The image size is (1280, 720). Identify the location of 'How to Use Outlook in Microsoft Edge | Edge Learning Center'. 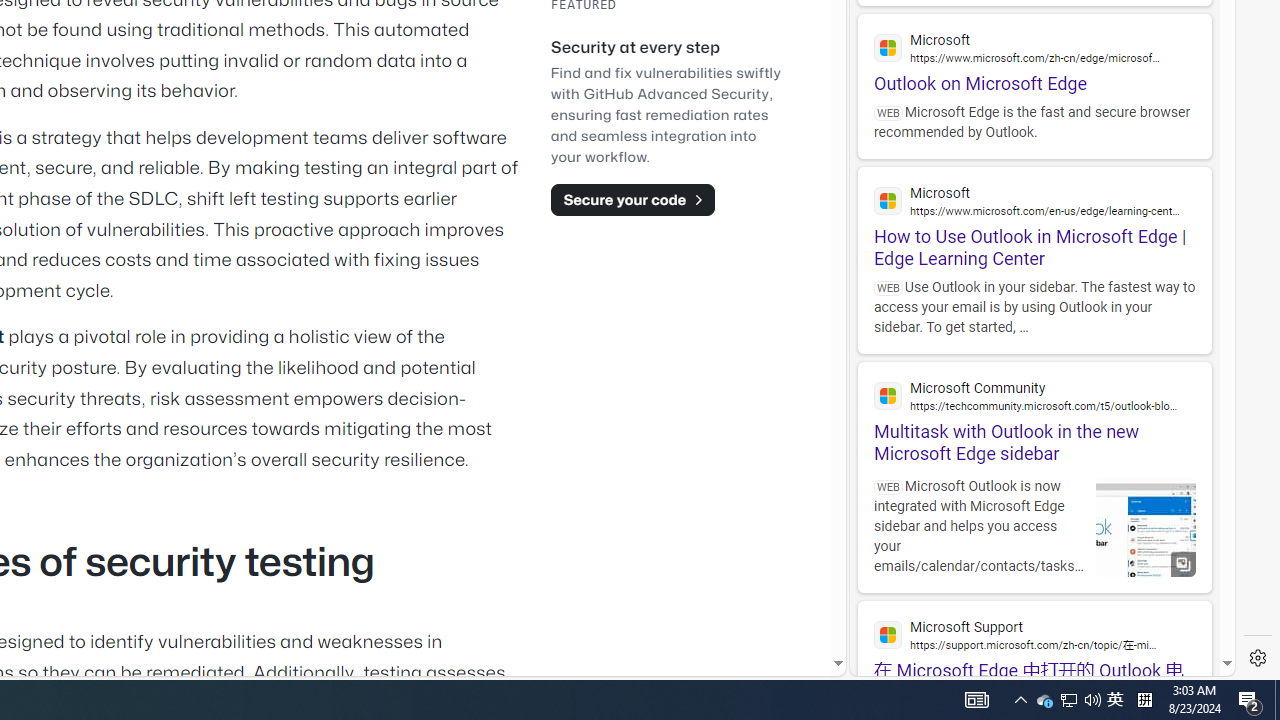
(1034, 218).